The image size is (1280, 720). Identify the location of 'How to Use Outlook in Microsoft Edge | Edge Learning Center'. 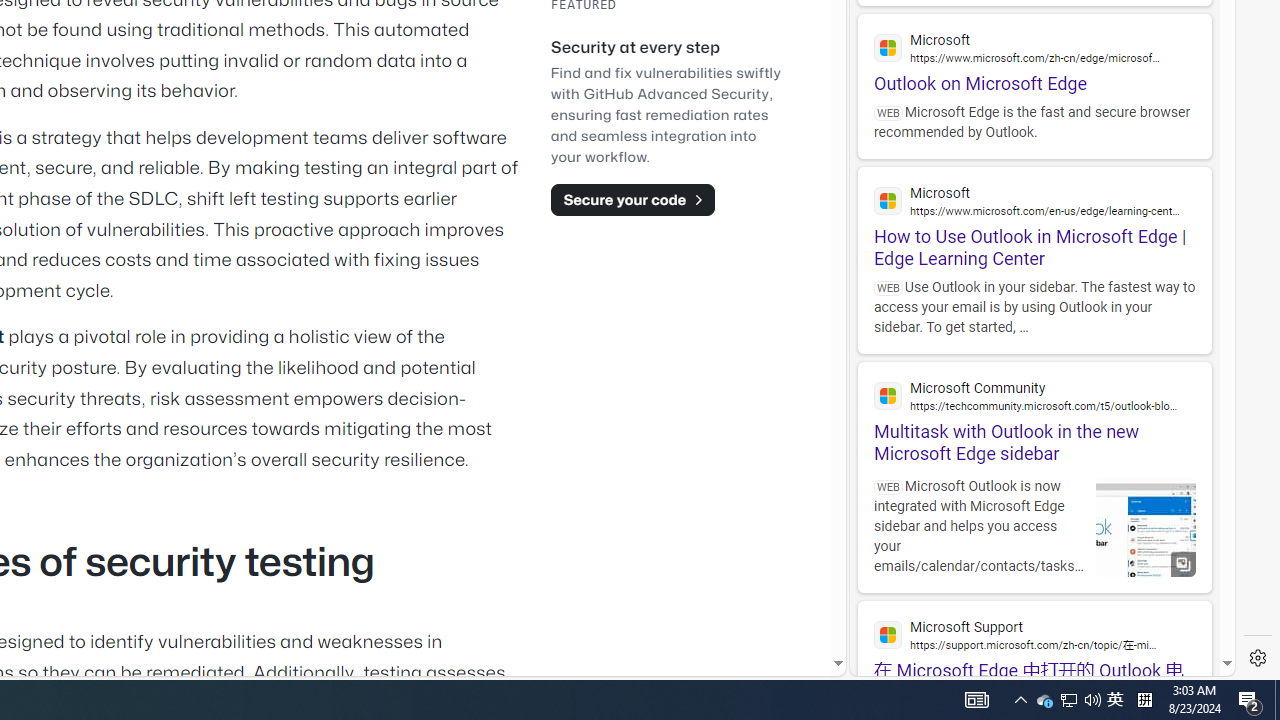
(1034, 218).